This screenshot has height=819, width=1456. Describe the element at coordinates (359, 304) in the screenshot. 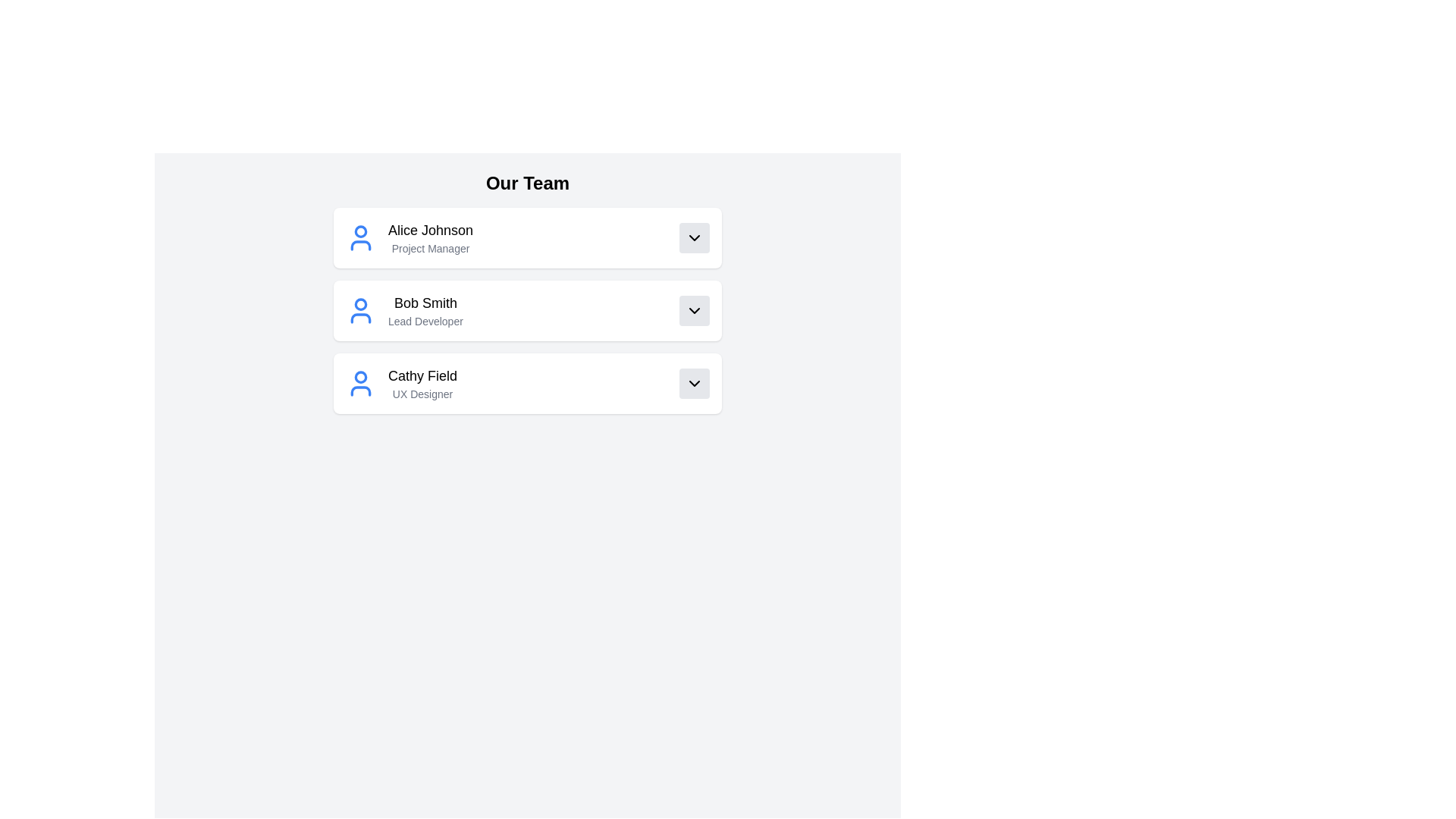

I see `the head part of the user icon representing 'Bob Smith', which is the second element in the vertical list of user profiles` at that location.